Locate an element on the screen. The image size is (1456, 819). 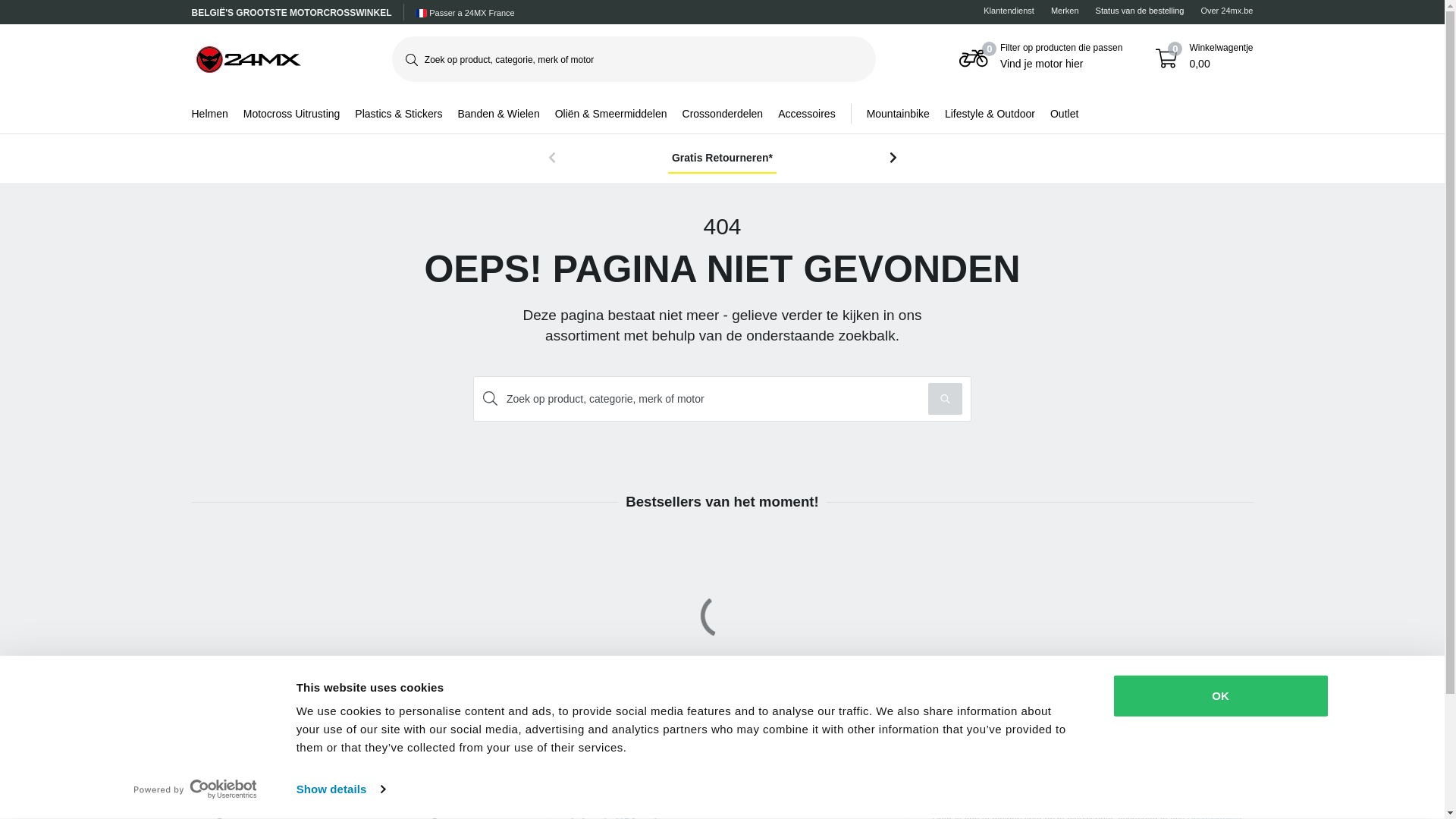
'OK' is located at coordinates (1219, 696).